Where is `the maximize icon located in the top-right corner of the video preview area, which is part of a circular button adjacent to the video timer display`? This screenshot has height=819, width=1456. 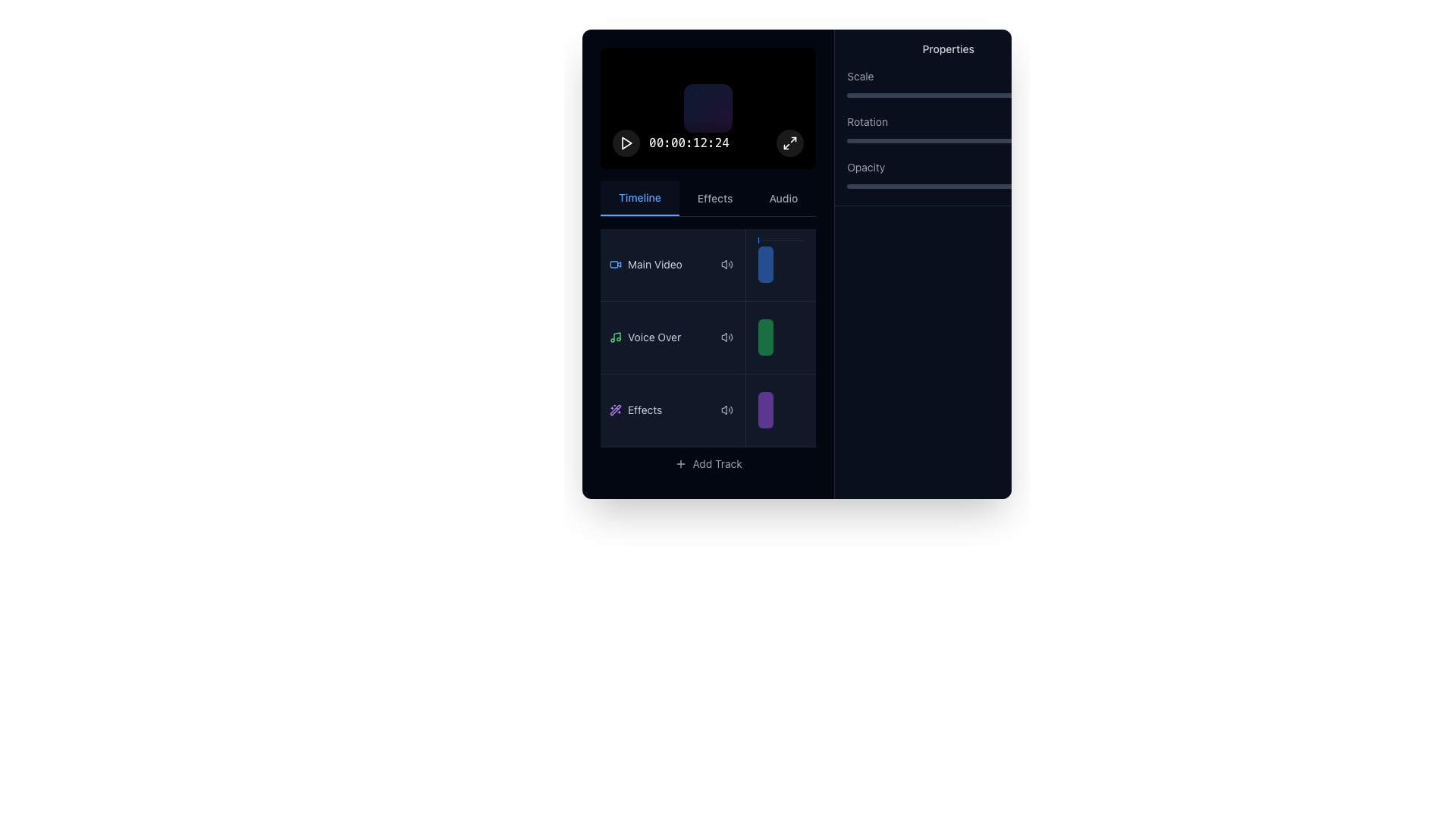
the maximize icon located in the top-right corner of the video preview area, which is part of a circular button adjacent to the video timer display is located at coordinates (789, 143).